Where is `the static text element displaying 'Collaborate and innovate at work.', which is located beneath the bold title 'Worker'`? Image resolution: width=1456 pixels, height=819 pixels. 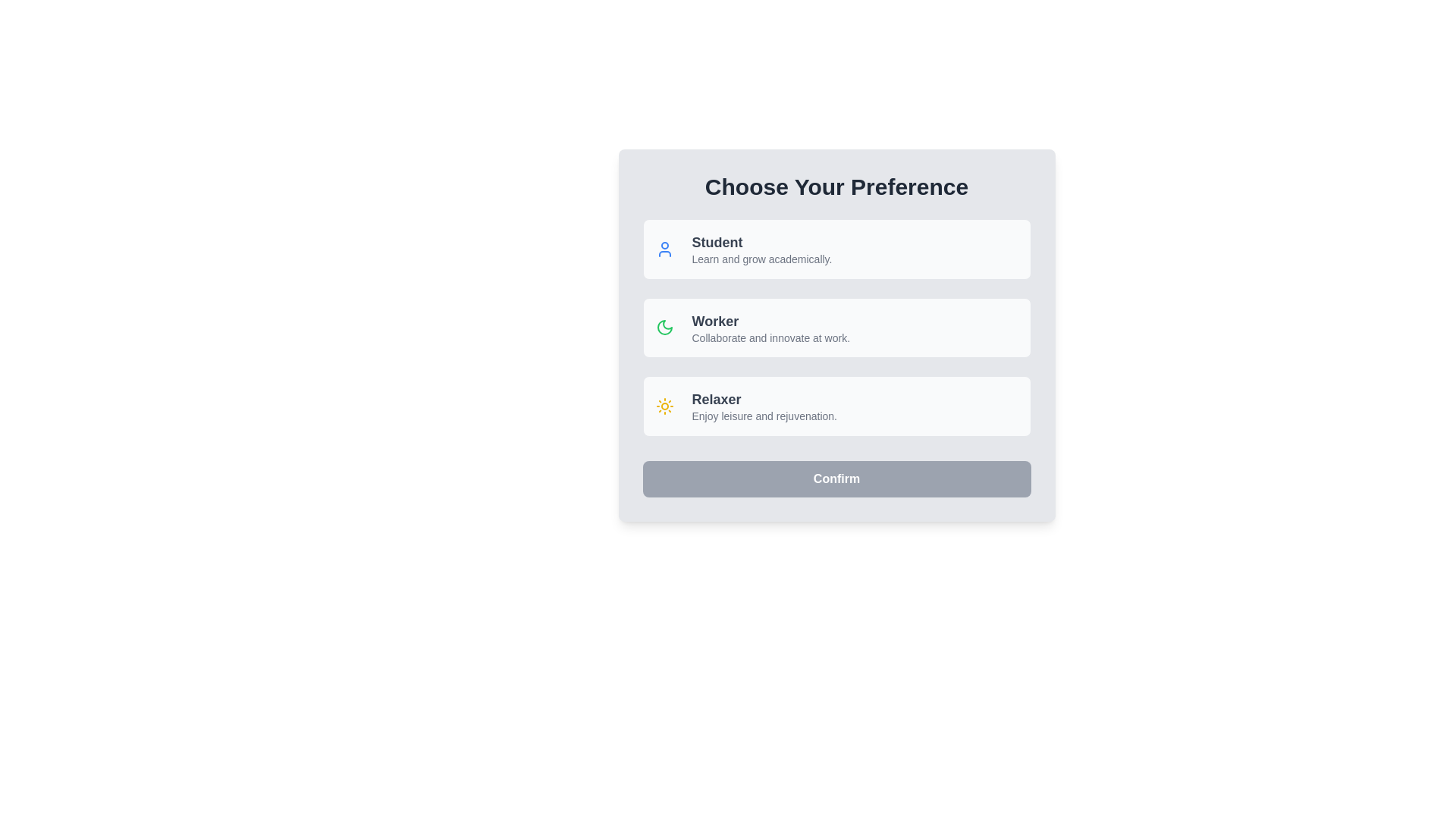 the static text element displaying 'Collaborate and innovate at work.', which is located beneath the bold title 'Worker' is located at coordinates (770, 337).